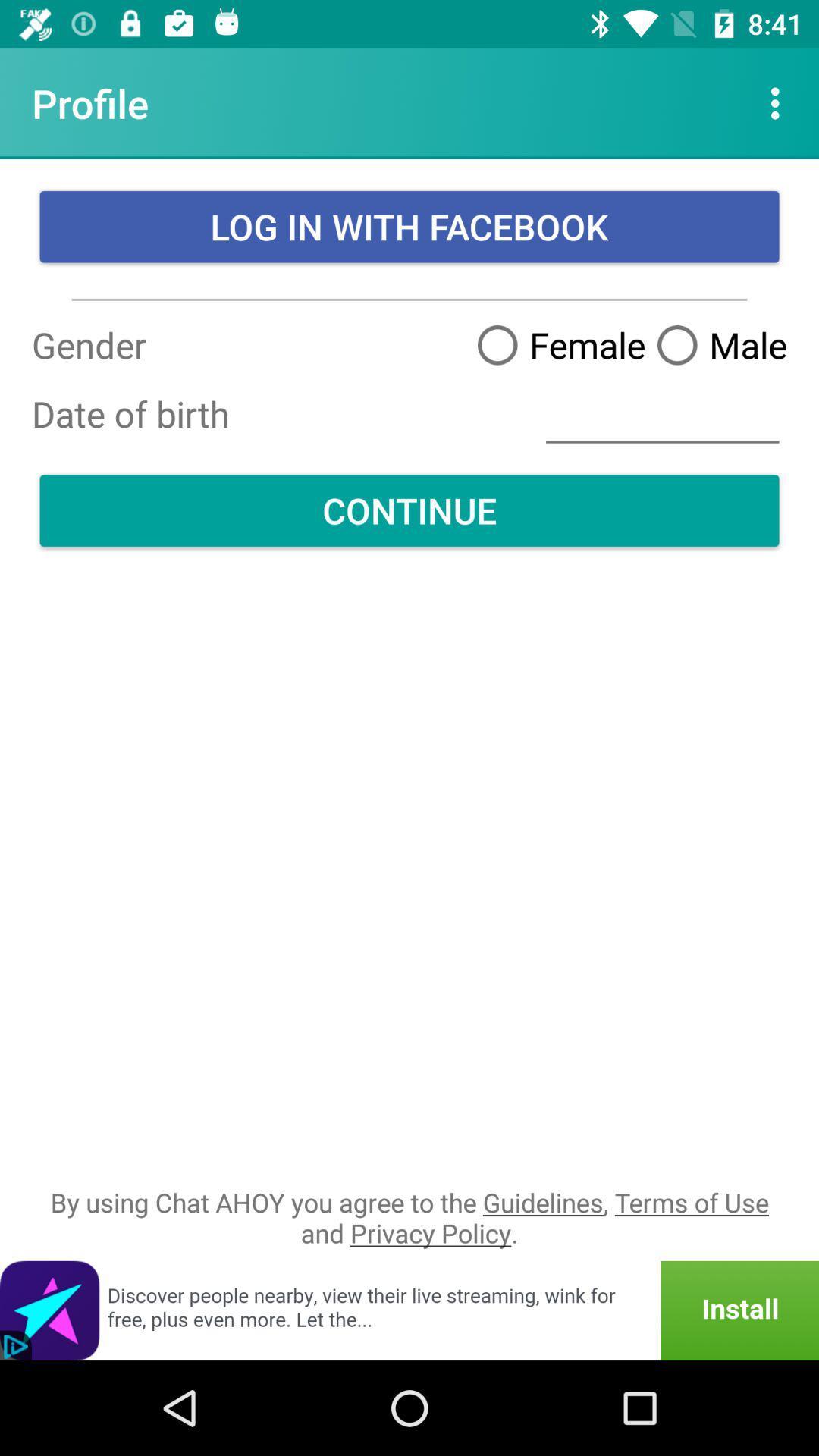  Describe the element at coordinates (409, 510) in the screenshot. I see `the continue item` at that location.